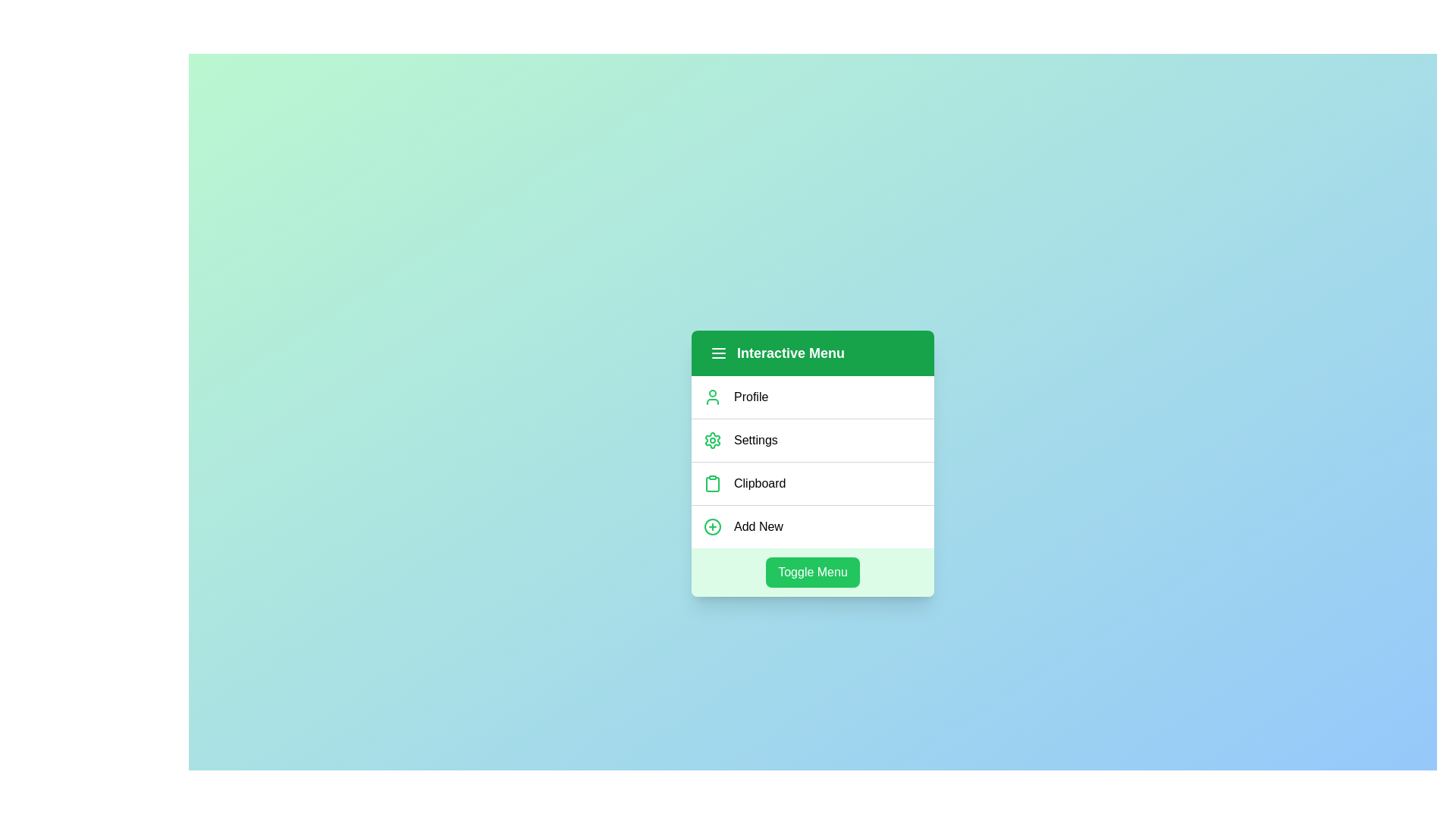  I want to click on the 'Toggle Menu' button to toggle the menu visibility, so click(811, 572).